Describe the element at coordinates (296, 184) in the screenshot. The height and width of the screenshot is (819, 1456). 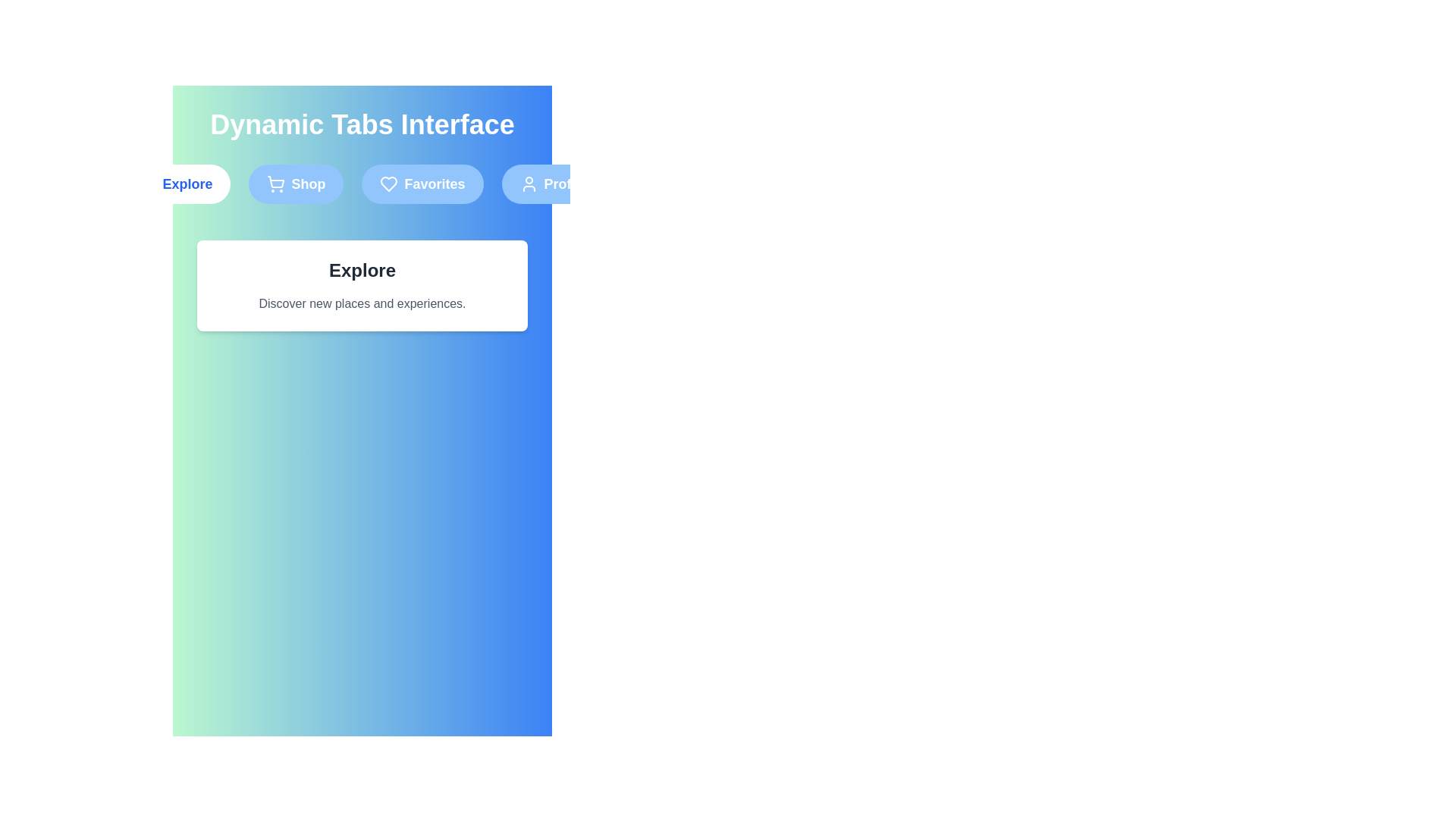
I see `the Shop tab by clicking on its label` at that location.